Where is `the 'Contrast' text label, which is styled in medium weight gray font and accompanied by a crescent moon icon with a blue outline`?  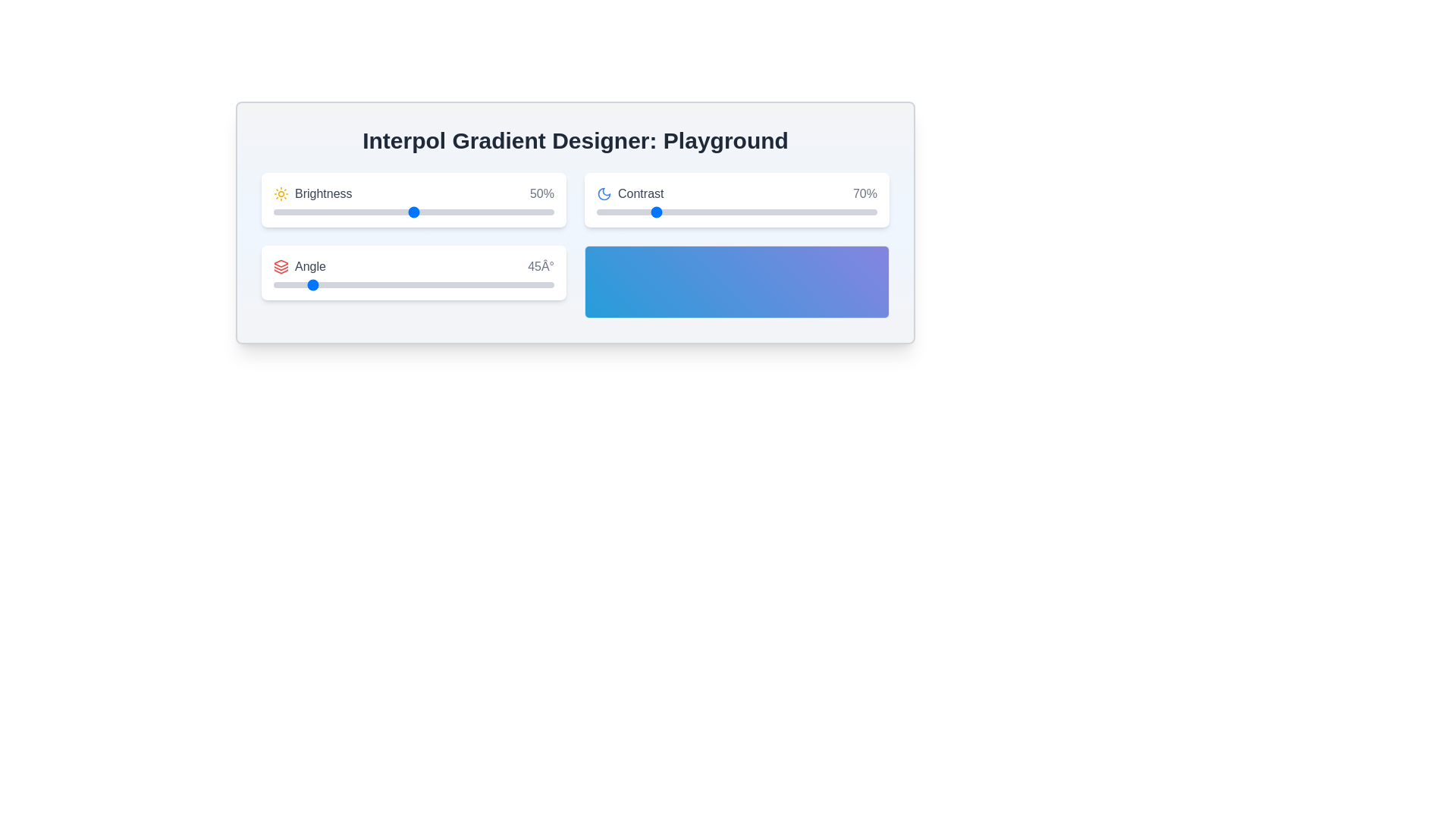
the 'Contrast' text label, which is styled in medium weight gray font and accompanied by a crescent moon icon with a blue outline is located at coordinates (630, 193).